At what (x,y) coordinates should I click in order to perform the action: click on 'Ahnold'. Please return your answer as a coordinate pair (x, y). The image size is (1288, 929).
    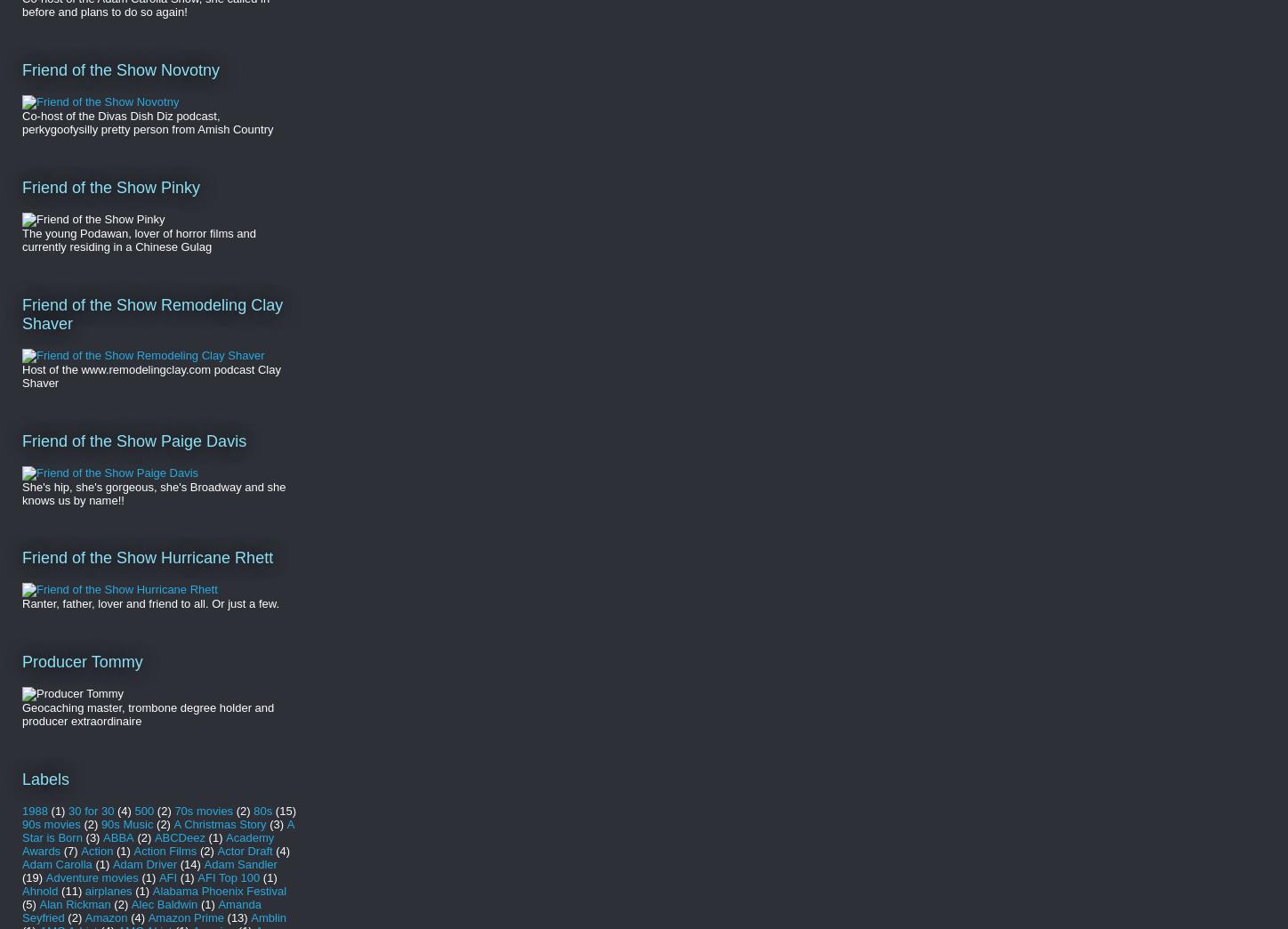
    Looking at the image, I should click on (40, 890).